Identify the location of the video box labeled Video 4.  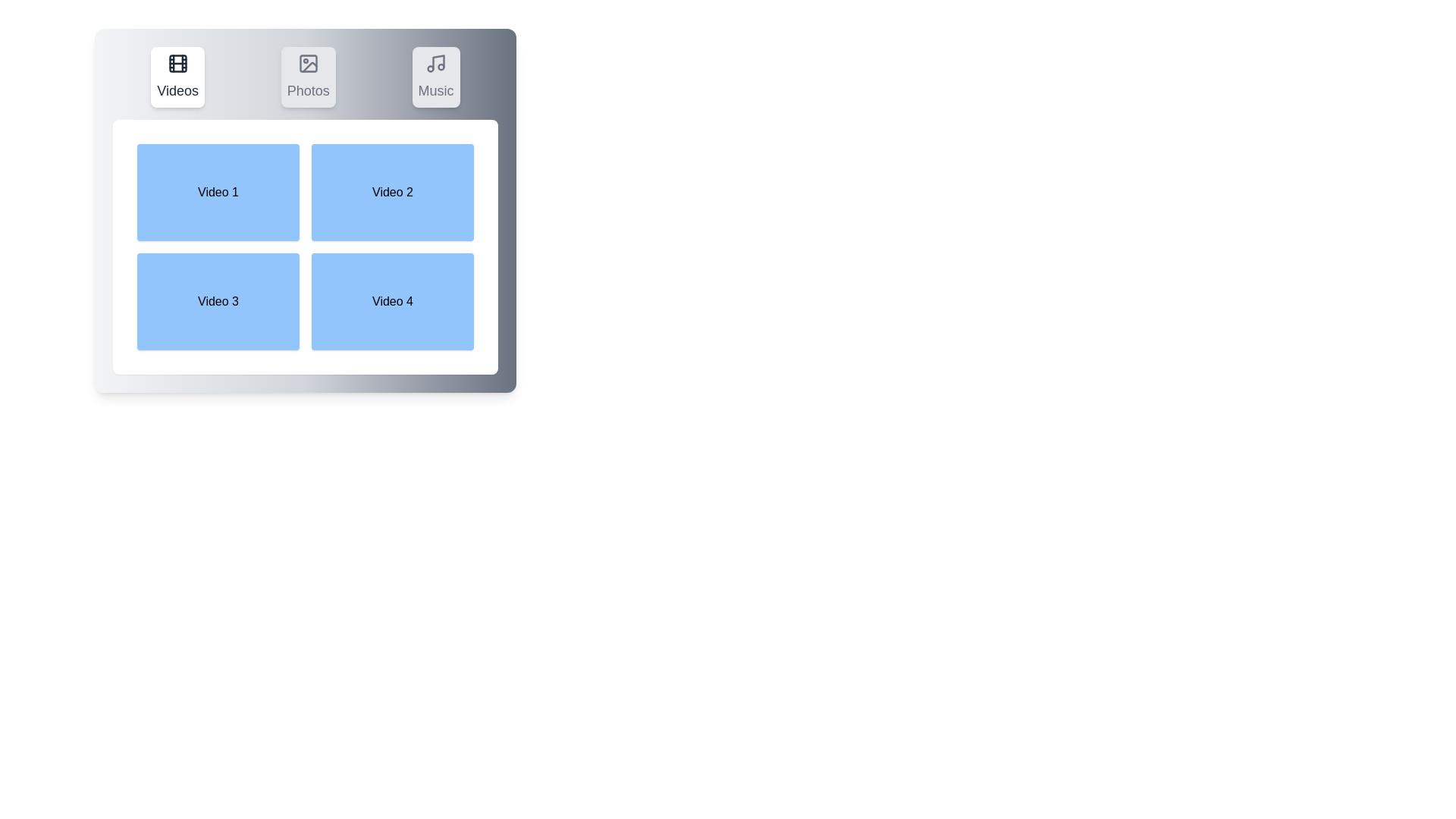
(393, 301).